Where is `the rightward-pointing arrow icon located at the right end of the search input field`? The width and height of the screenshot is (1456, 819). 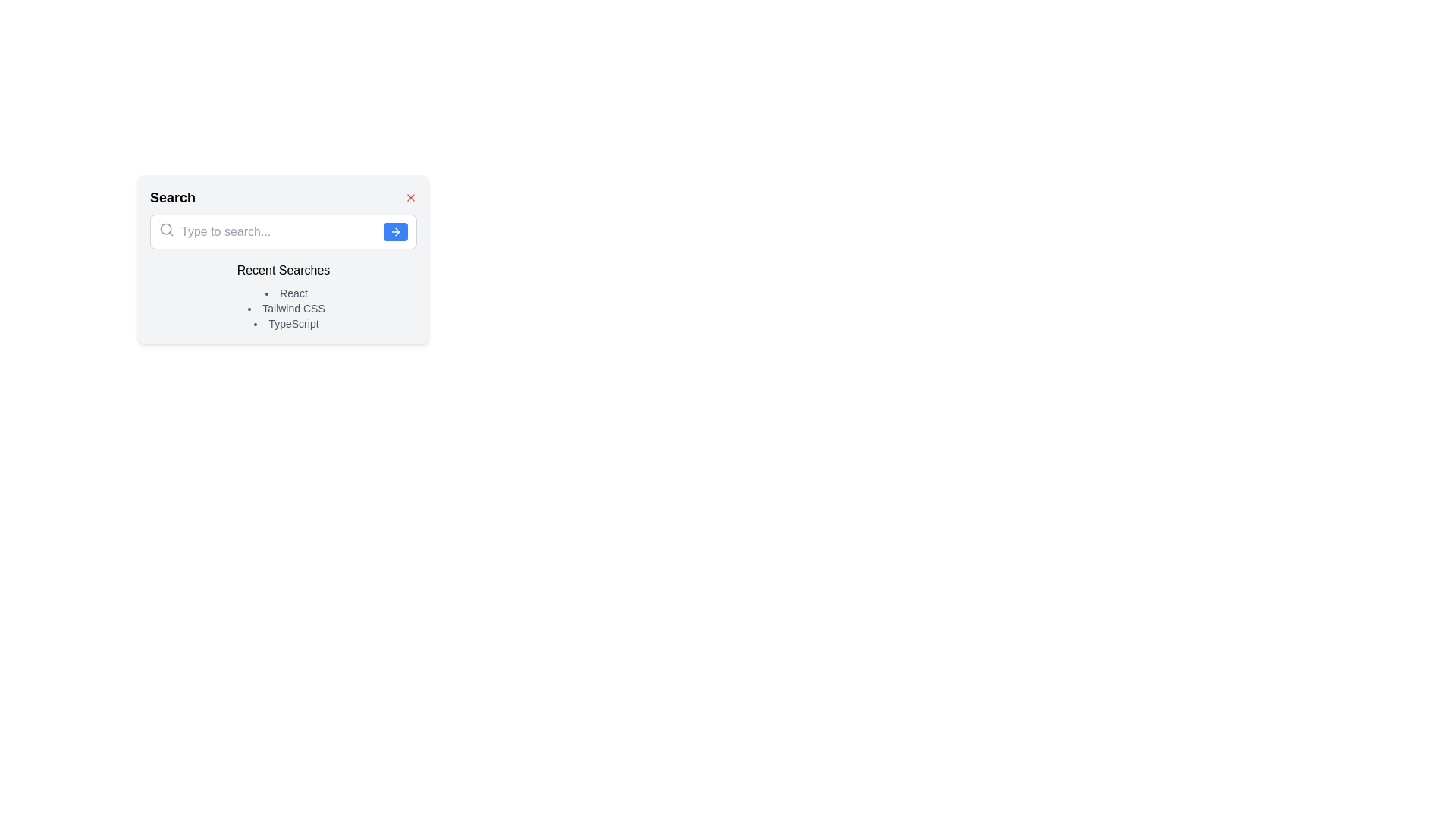 the rightward-pointing arrow icon located at the right end of the search input field is located at coordinates (396, 231).